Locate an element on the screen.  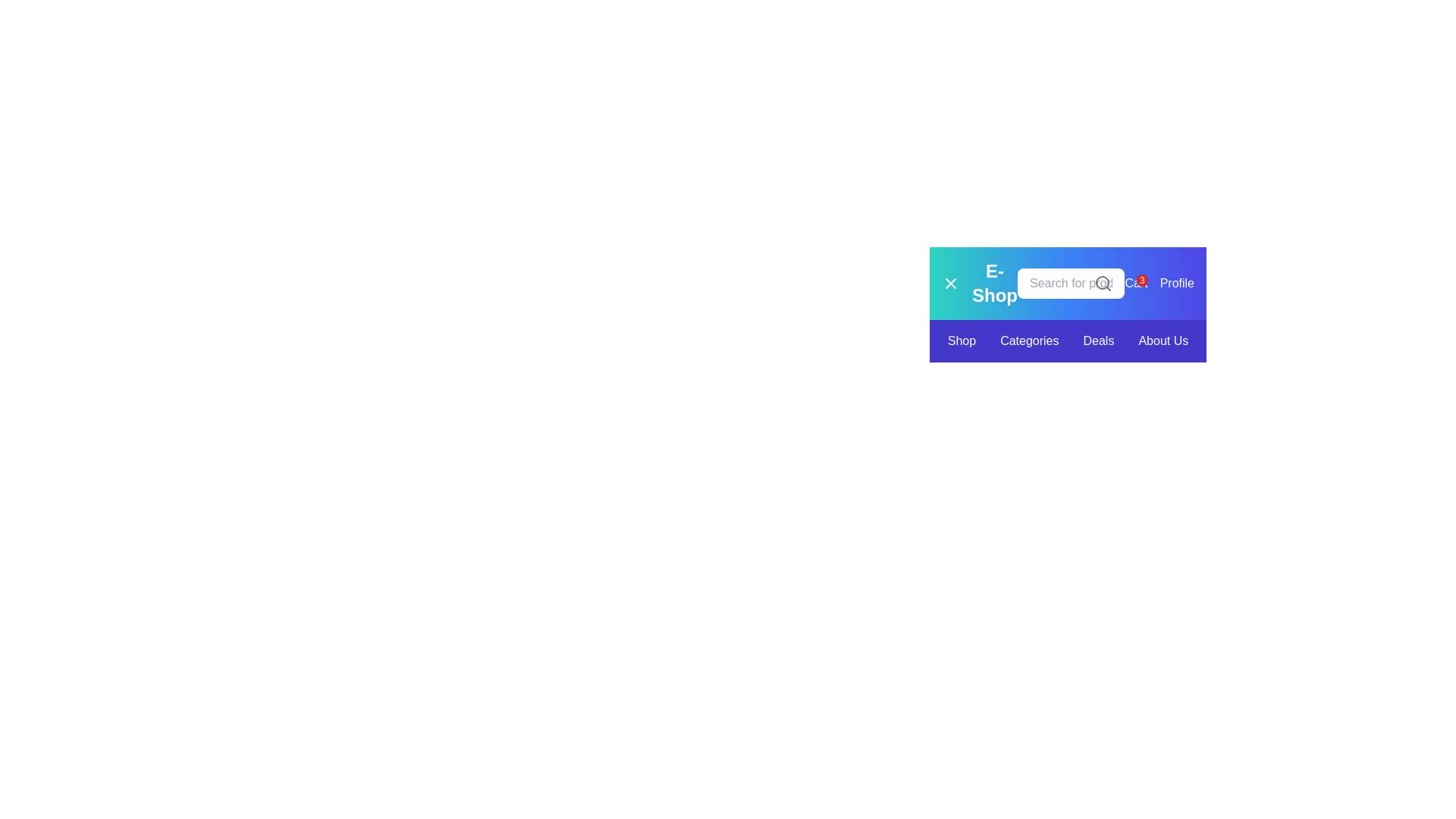
the branded header or logo located in the upper left corner of the horizontal navigation bar, which may also function as a home button is located at coordinates (979, 284).